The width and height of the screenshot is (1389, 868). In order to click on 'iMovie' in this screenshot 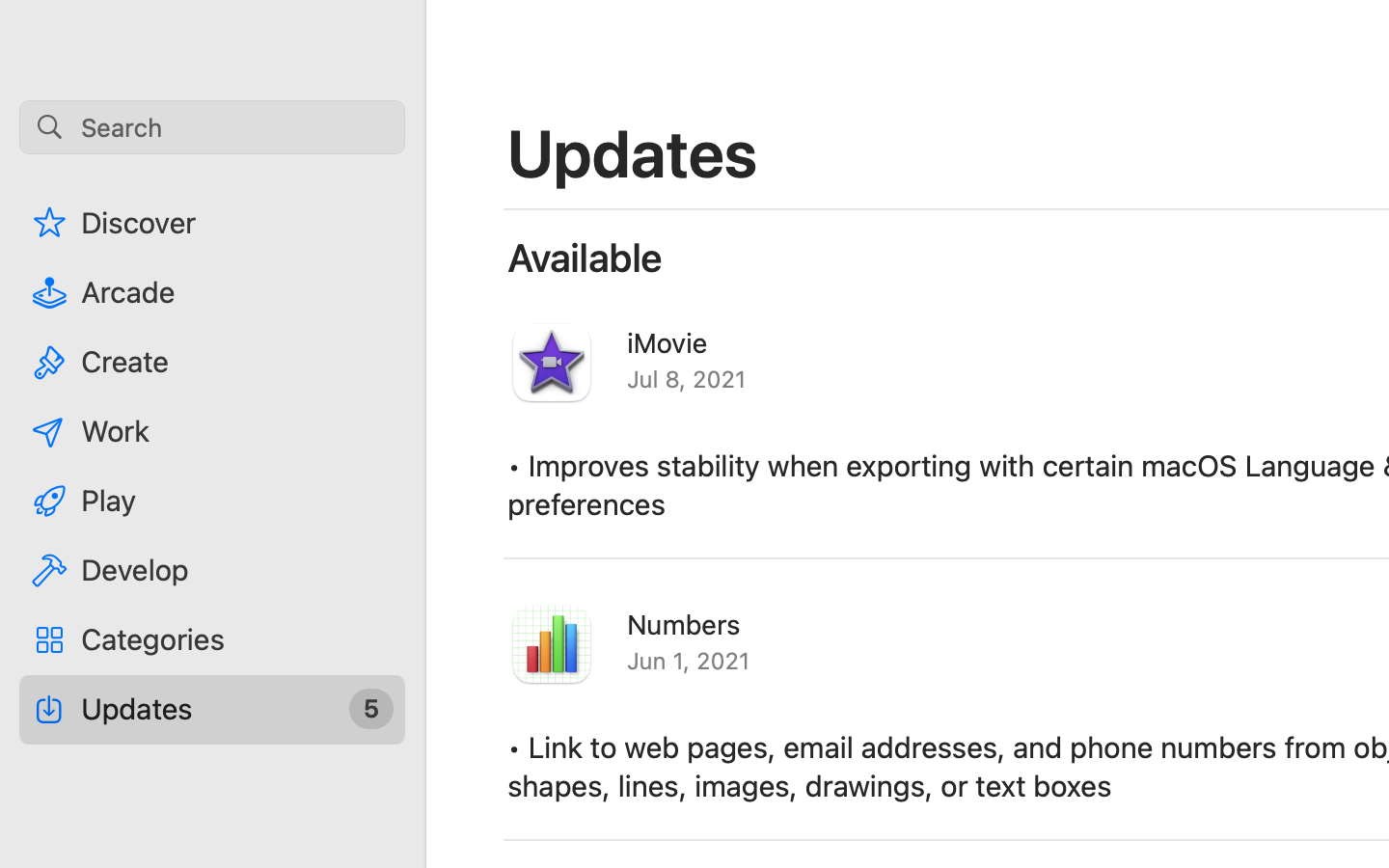, I will do `click(667, 341)`.